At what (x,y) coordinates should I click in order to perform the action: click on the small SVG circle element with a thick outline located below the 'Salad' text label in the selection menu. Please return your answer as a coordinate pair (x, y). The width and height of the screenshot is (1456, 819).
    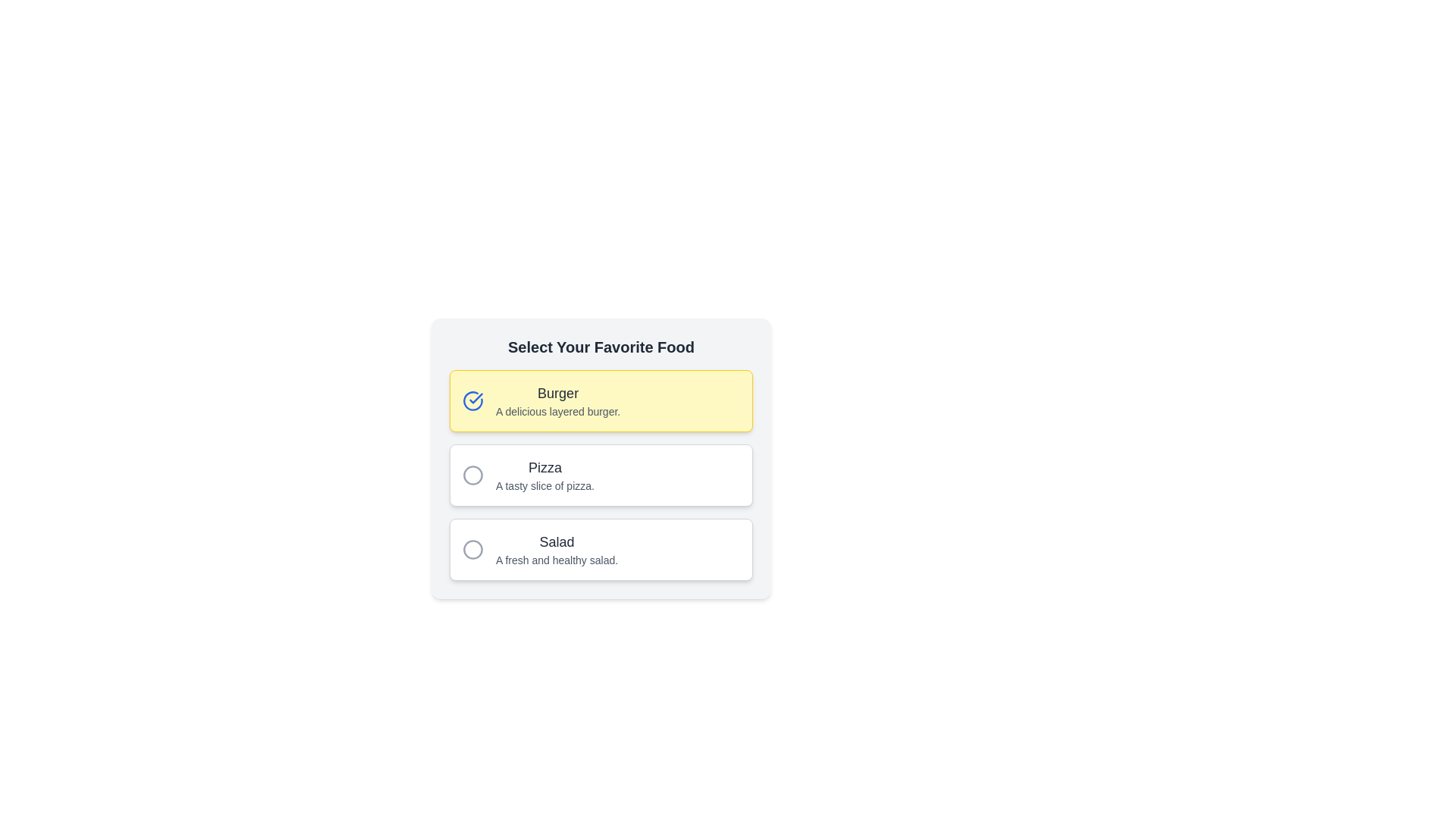
    Looking at the image, I should click on (472, 550).